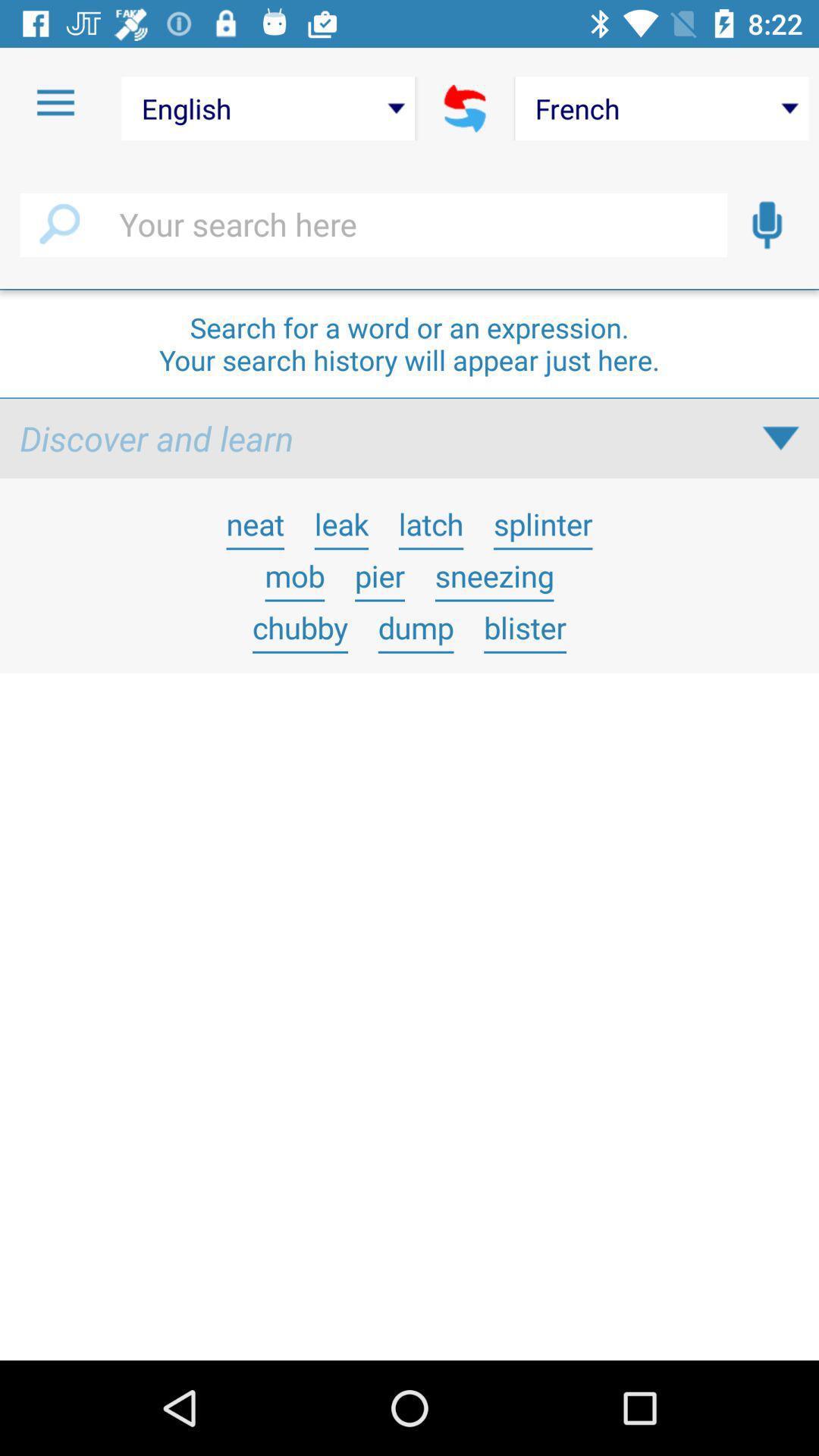 The image size is (819, 1456). What do you see at coordinates (464, 108) in the screenshot?
I see `icon next to the english icon` at bounding box center [464, 108].